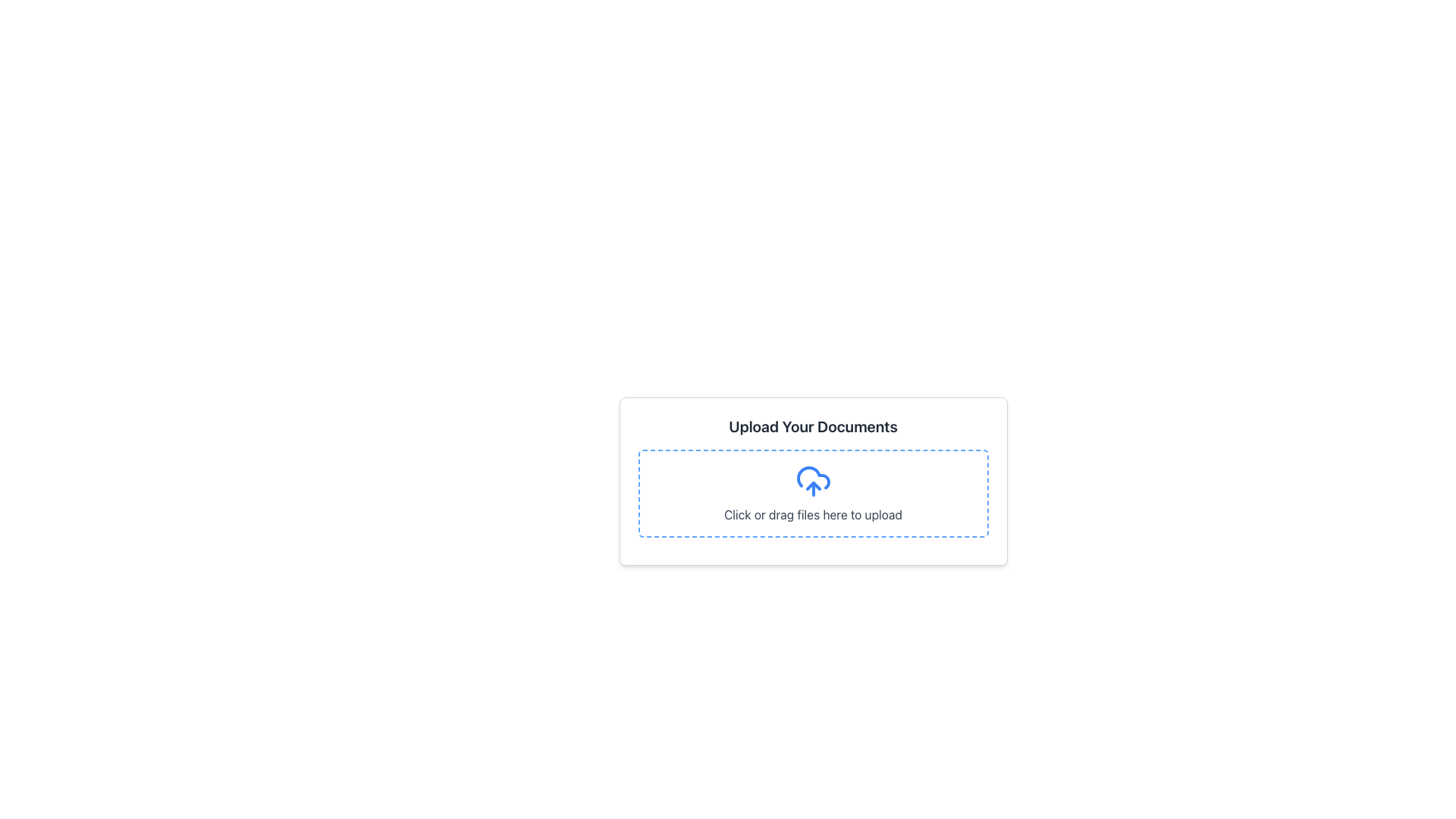 Image resolution: width=1456 pixels, height=819 pixels. I want to click on the cloud-shaped icon representing cloud upload functionality, so click(812, 478).